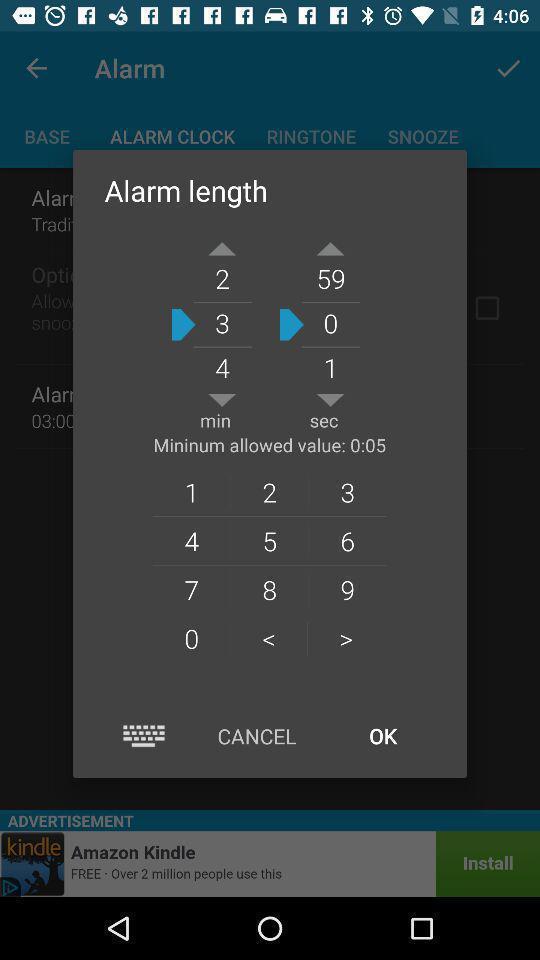 This screenshot has height=960, width=540. I want to click on use keyboard, so click(143, 735).